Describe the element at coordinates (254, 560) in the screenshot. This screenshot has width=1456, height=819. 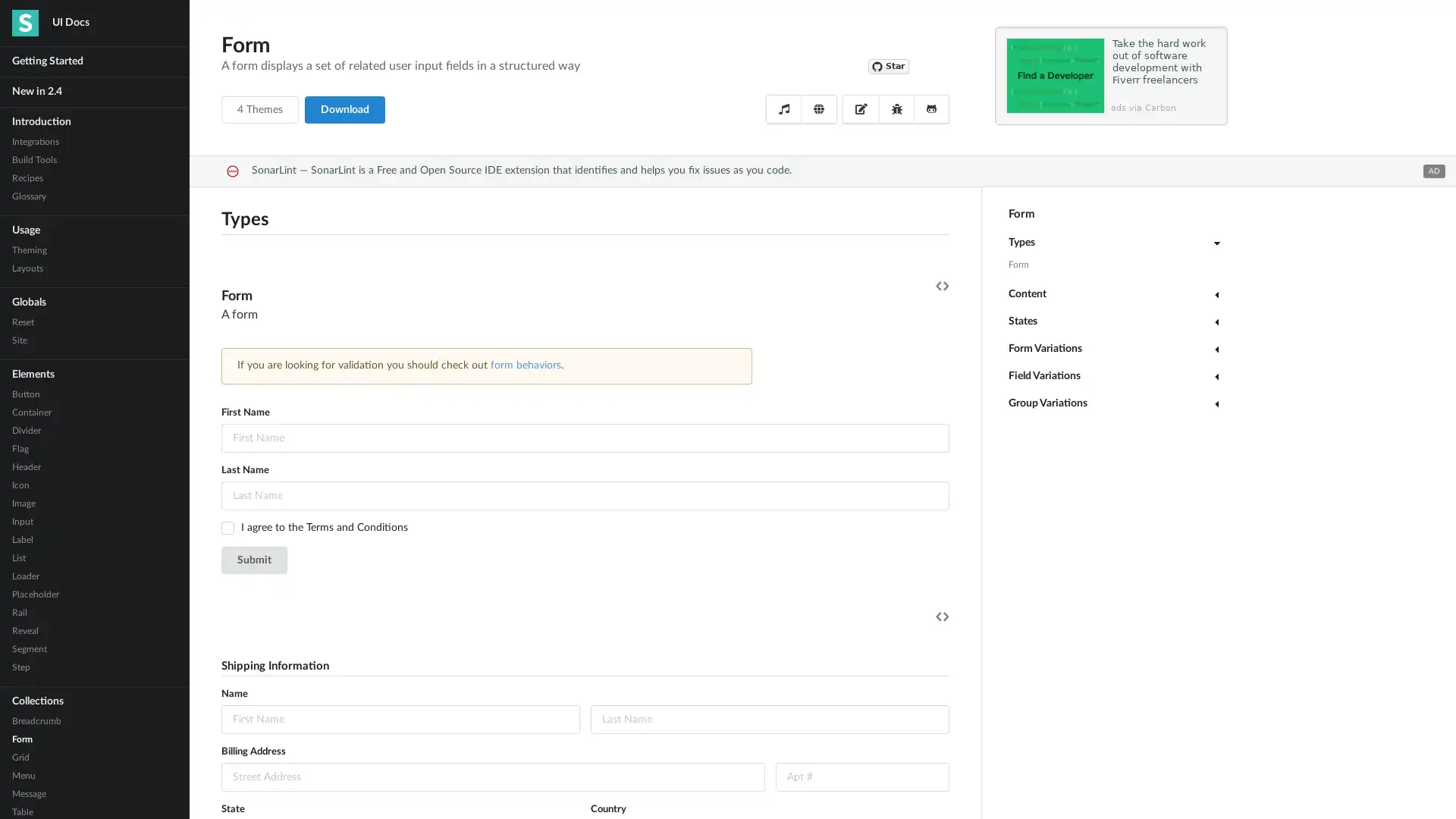
I see `Submit` at that location.